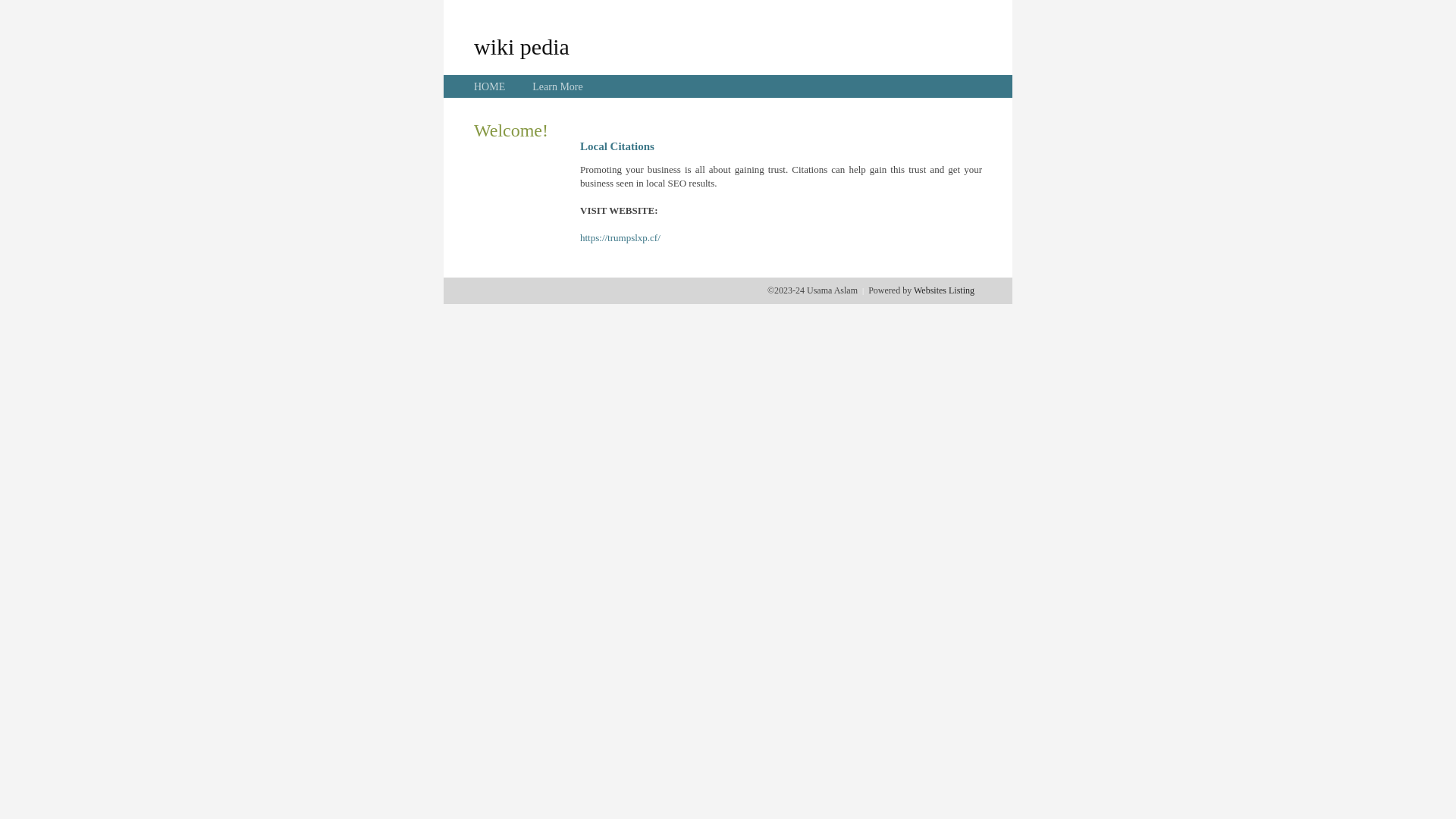 The height and width of the screenshot is (819, 1456). What do you see at coordinates (489, 86) in the screenshot?
I see `'HOME'` at bounding box center [489, 86].